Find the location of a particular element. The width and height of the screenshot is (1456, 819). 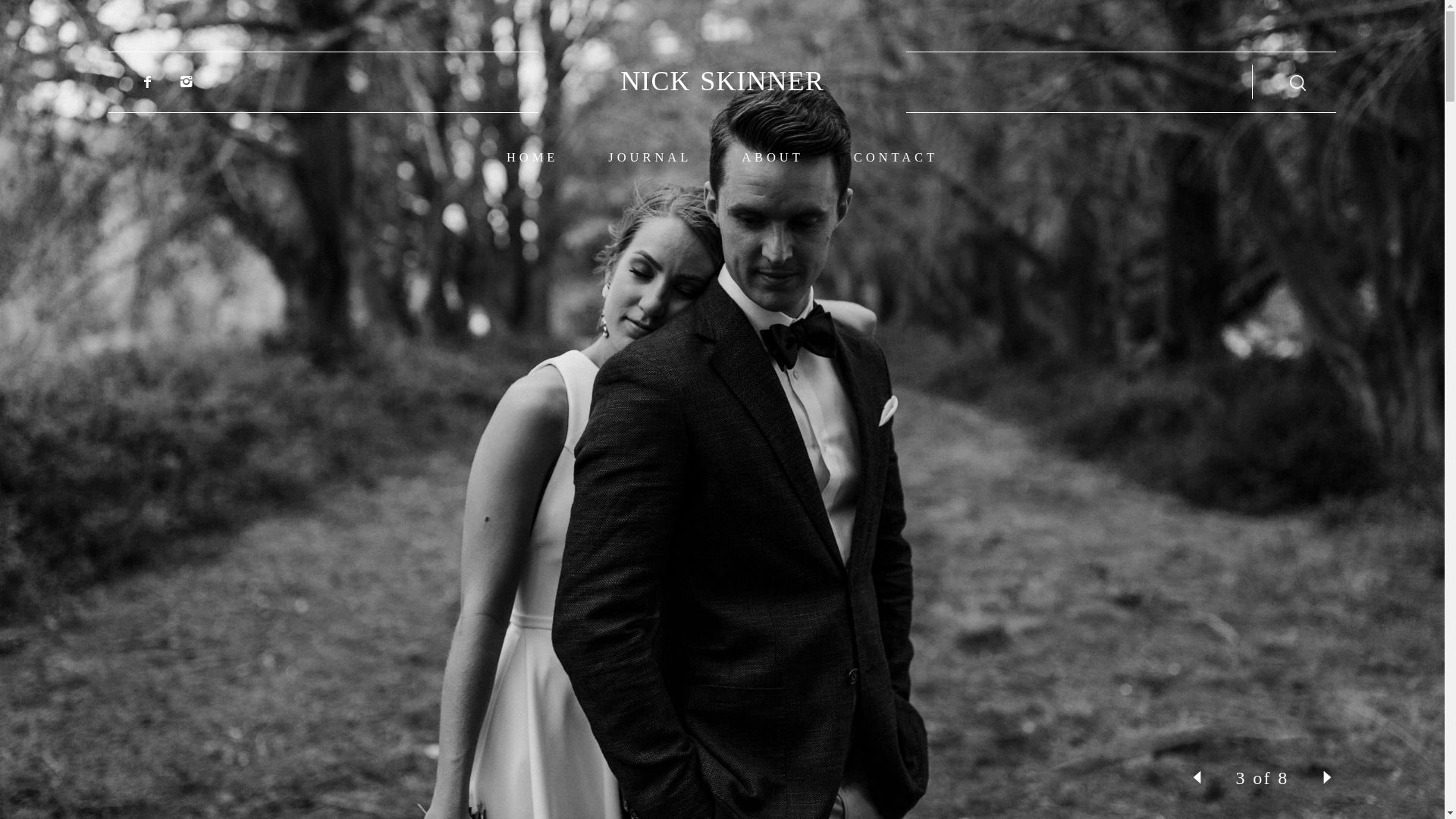

'NICK SKINNER' is located at coordinates (720, 82).